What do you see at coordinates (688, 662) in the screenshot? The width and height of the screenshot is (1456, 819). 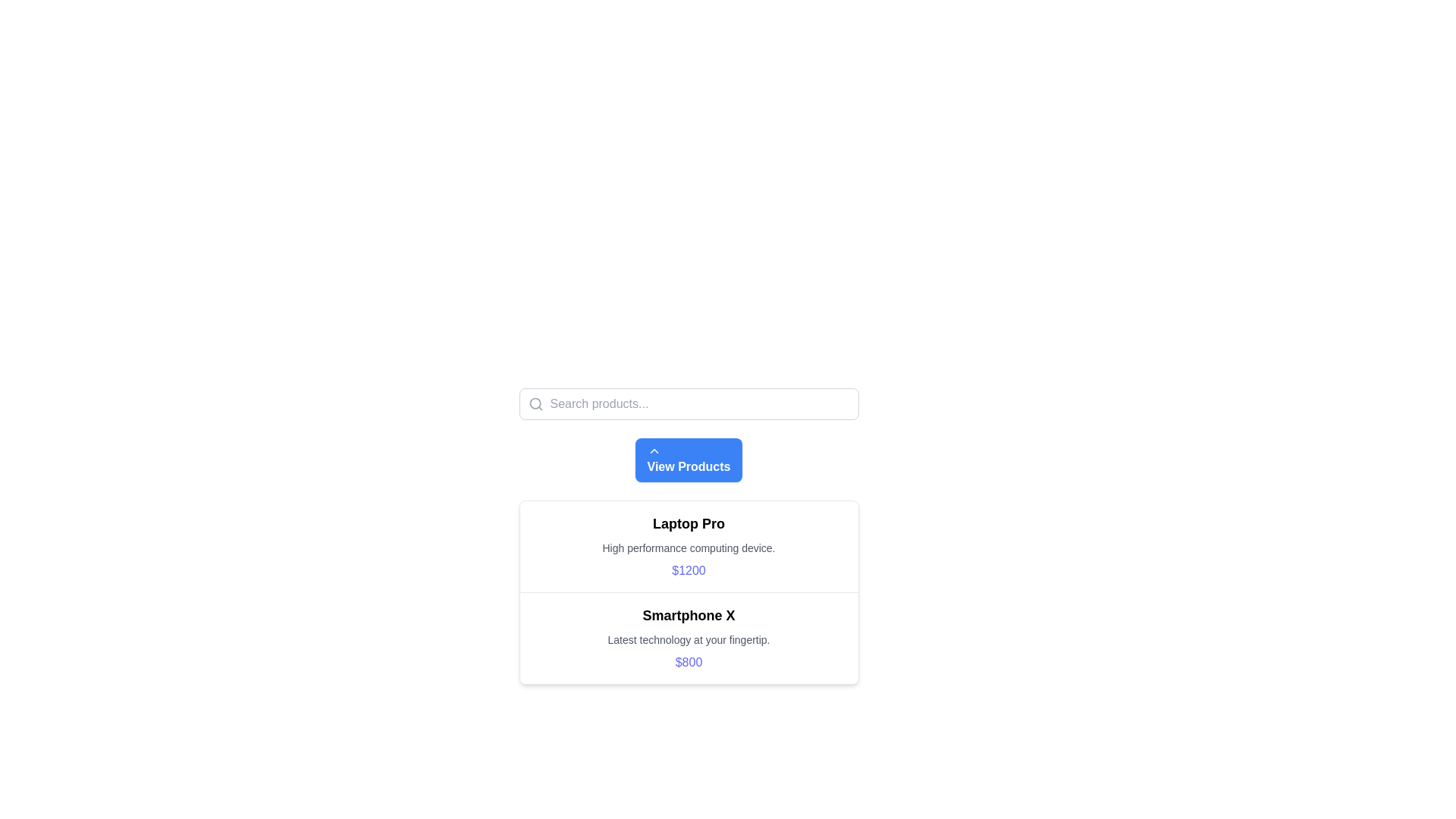 I see `text label displaying the price '$800' for the product 'Smartphone X', which is styled in indigo color and positioned below the product title and description within the card layout` at bounding box center [688, 662].